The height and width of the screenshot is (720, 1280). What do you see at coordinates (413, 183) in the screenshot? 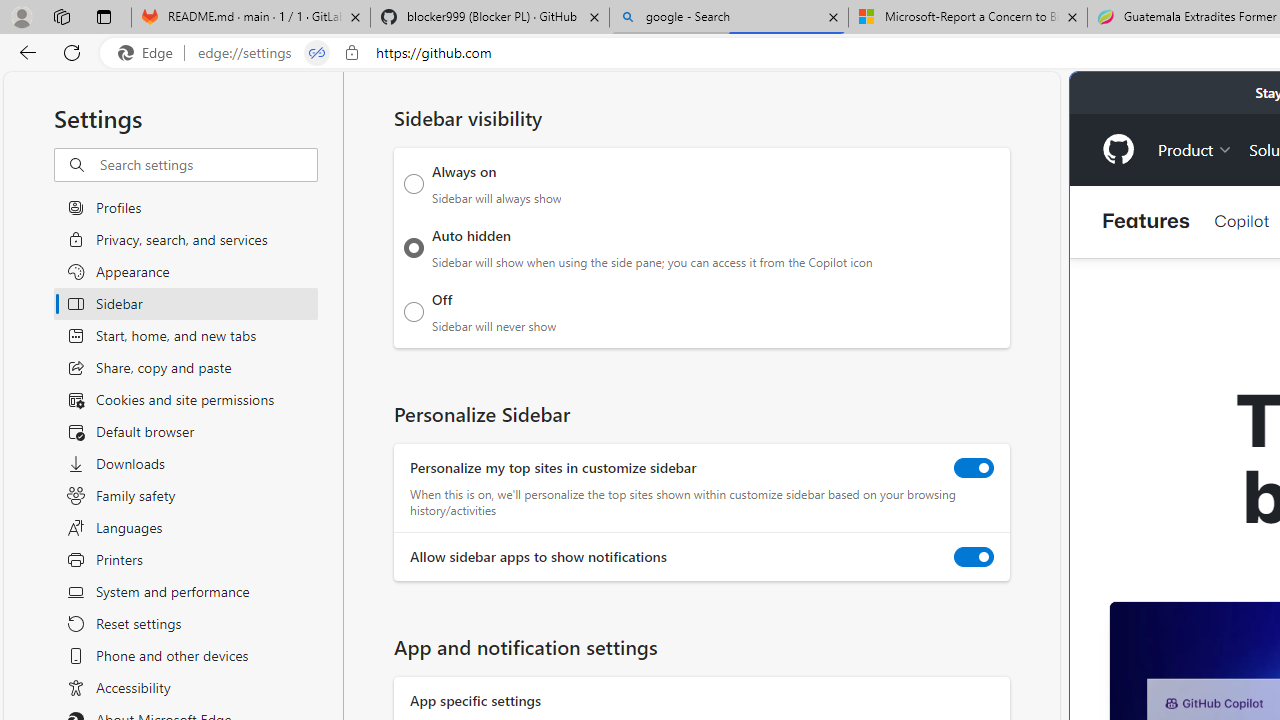
I see `'Always on Sidebar will always show'` at bounding box center [413, 183].